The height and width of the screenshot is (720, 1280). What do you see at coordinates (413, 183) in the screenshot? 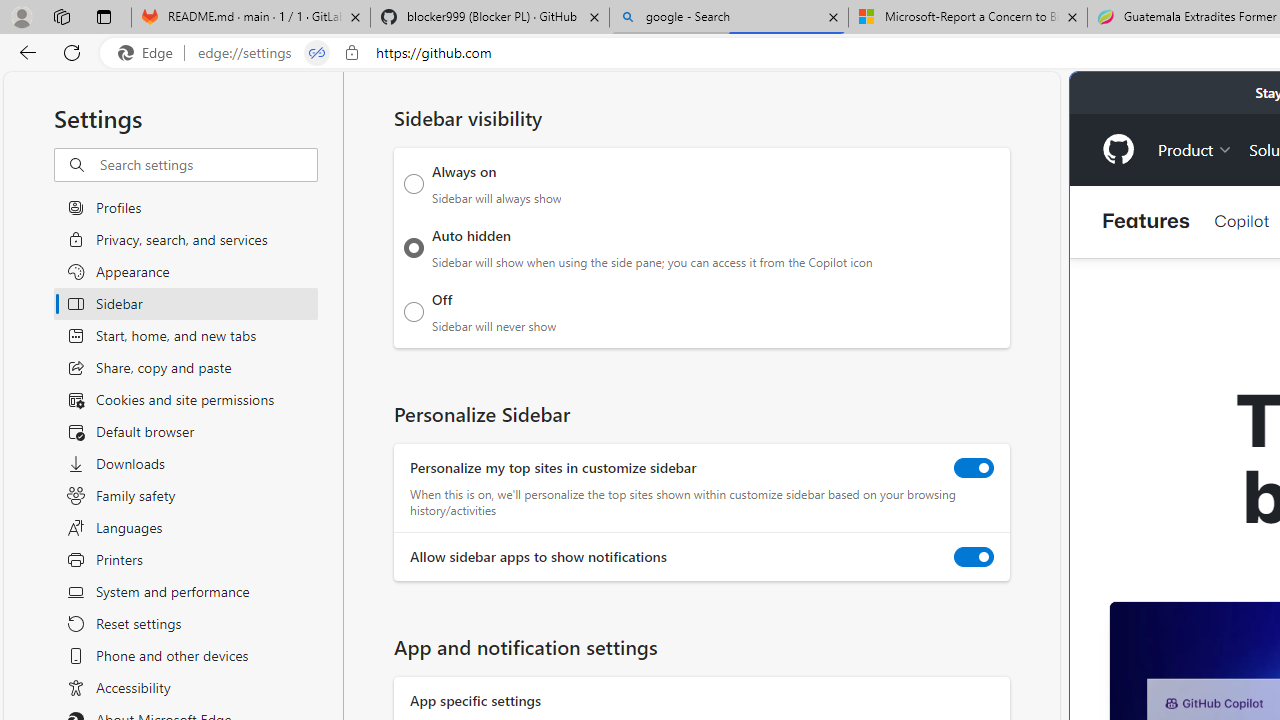
I see `'Always on Sidebar will always show'` at bounding box center [413, 183].